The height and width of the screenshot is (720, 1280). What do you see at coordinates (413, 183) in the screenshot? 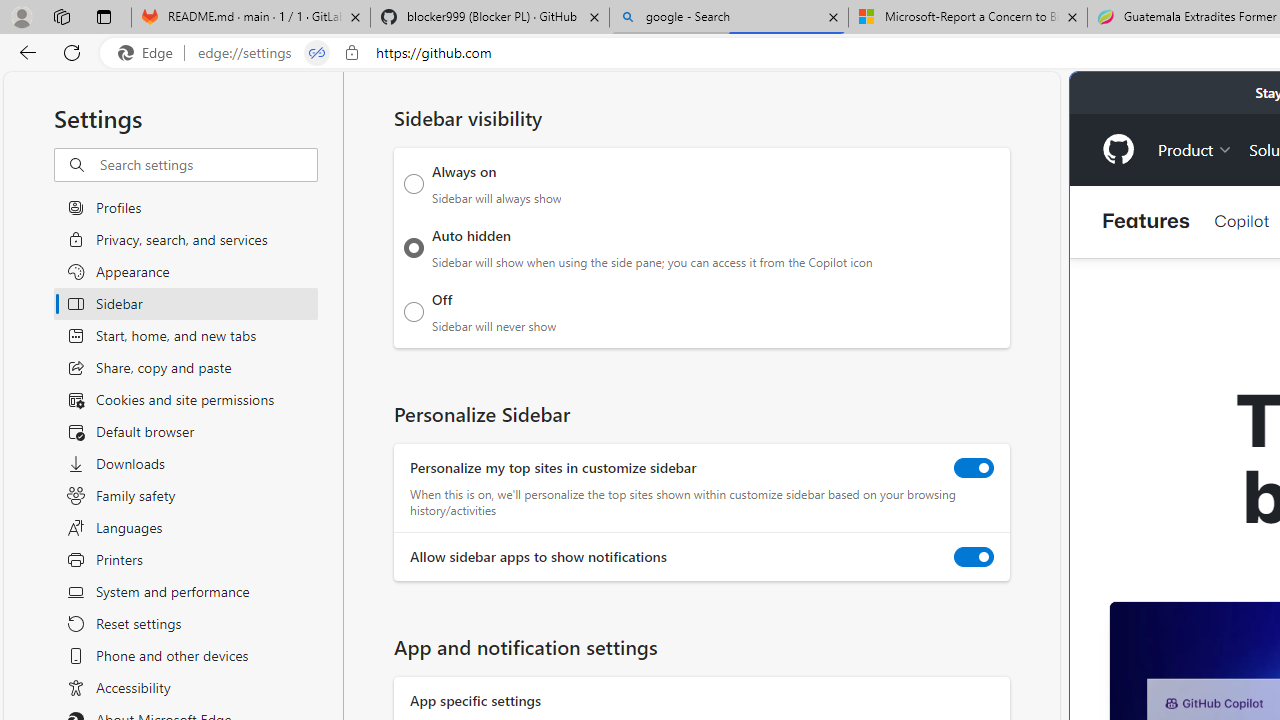
I see `'Always on Sidebar will always show'` at bounding box center [413, 183].